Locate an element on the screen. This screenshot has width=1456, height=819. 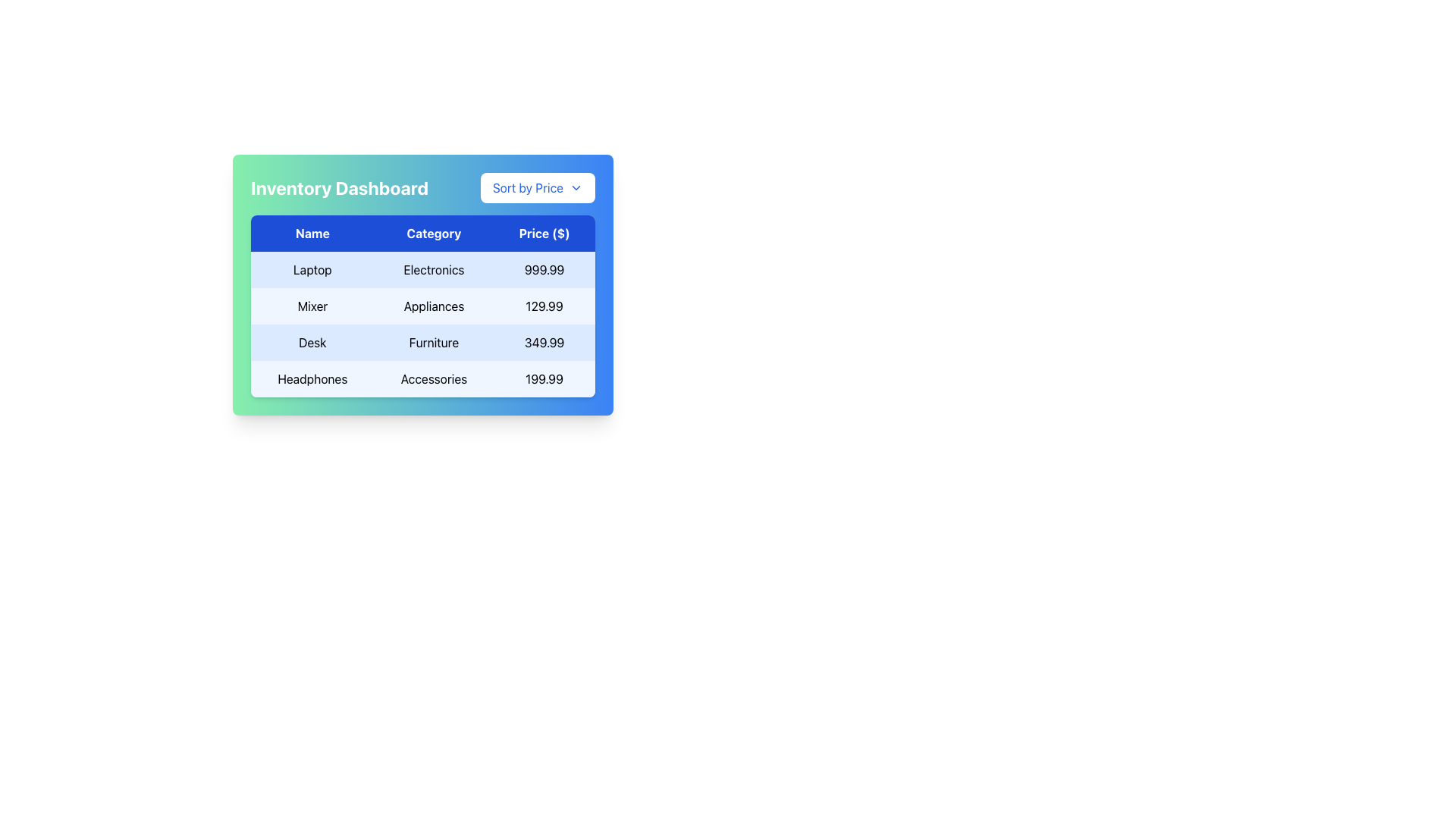
the text display showing '999.99' in bold black font, located in the price column of the first row under 'Price ($)' is located at coordinates (544, 268).